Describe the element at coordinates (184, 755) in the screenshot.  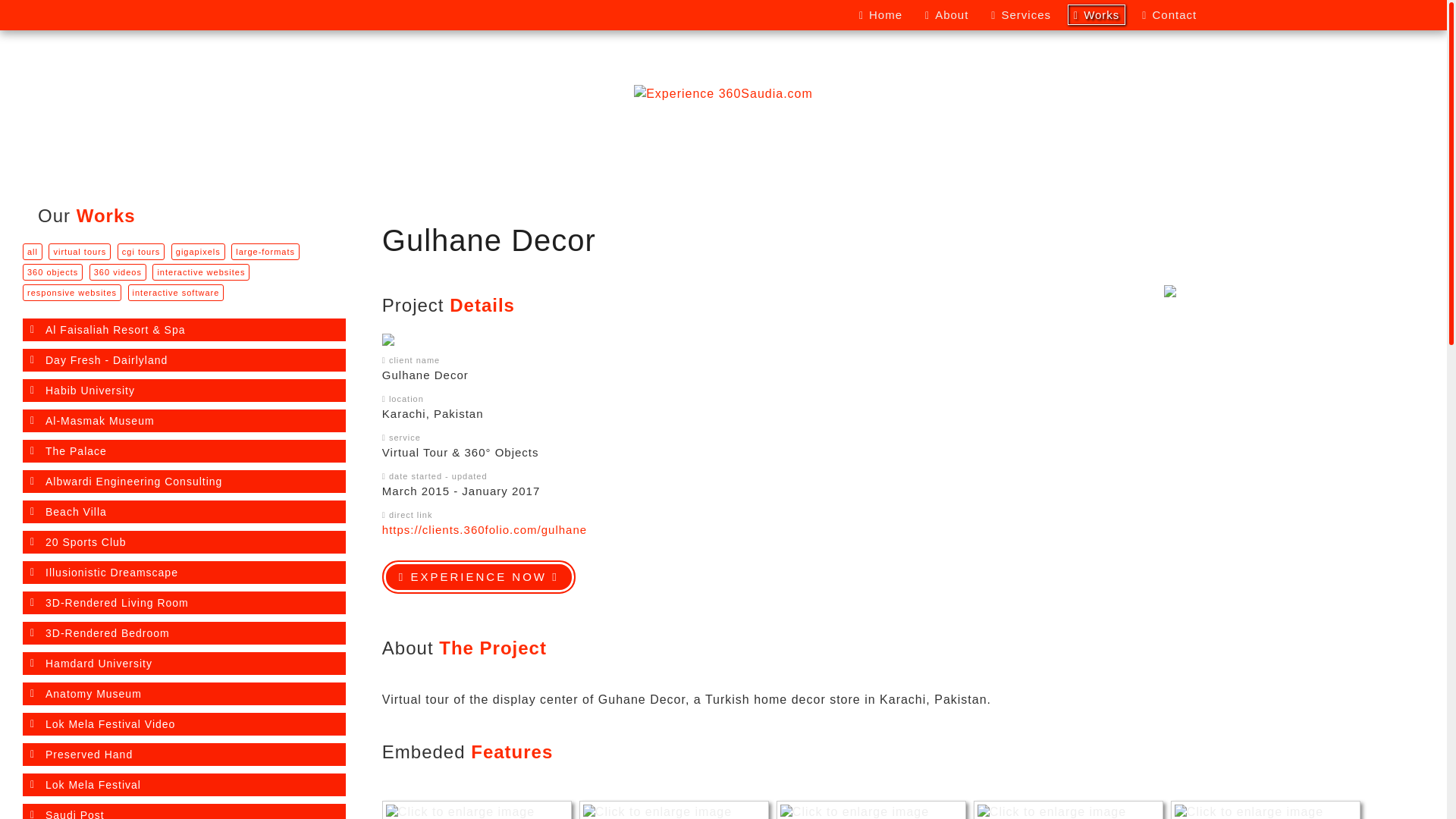
I see `'Preserved Hand'` at that location.